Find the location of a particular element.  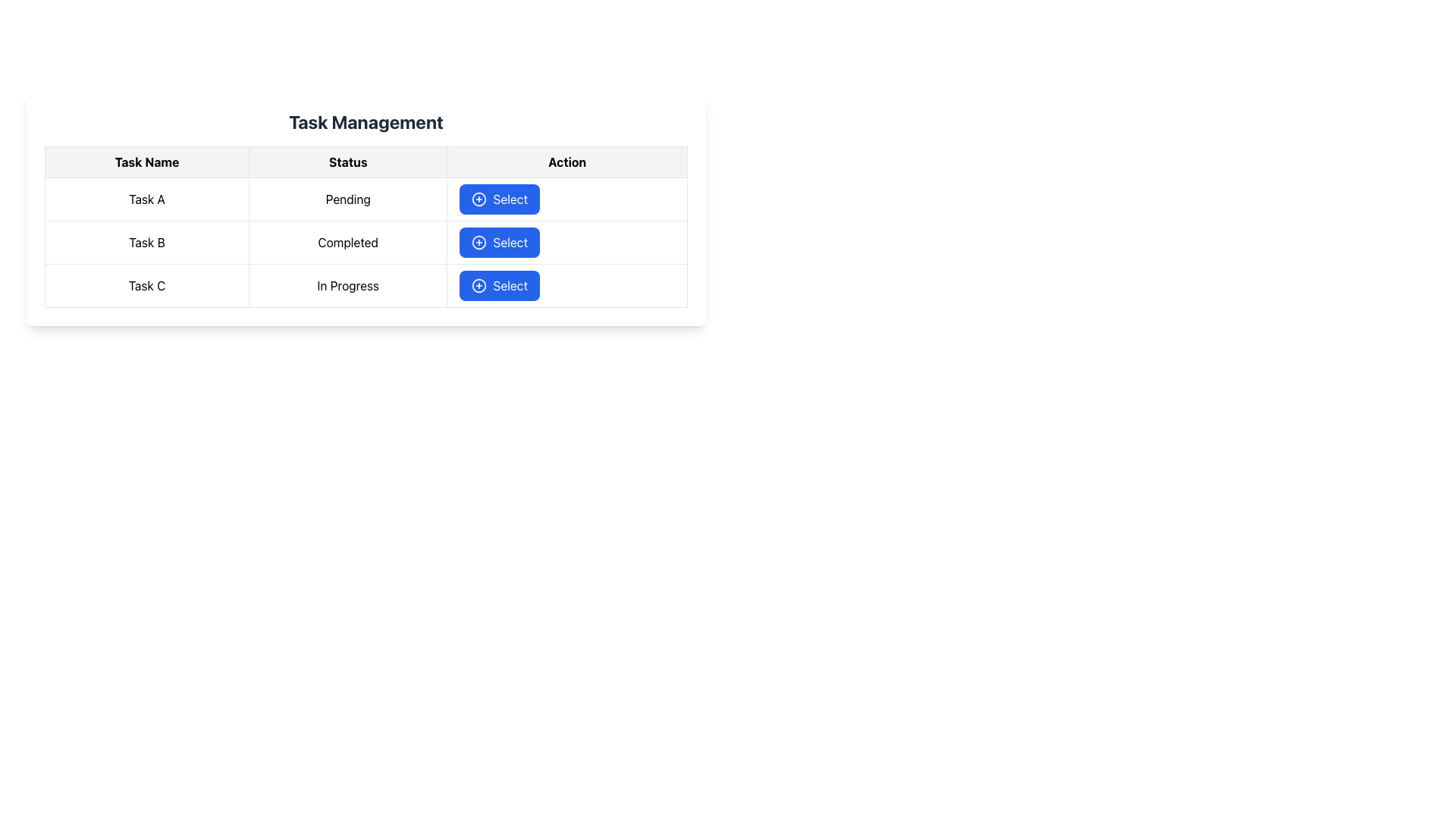

details of the first task in the Task Management table, specifically focusing on 'Task A' with status 'Pending' and the associated 'Select' button is located at coordinates (366, 208).